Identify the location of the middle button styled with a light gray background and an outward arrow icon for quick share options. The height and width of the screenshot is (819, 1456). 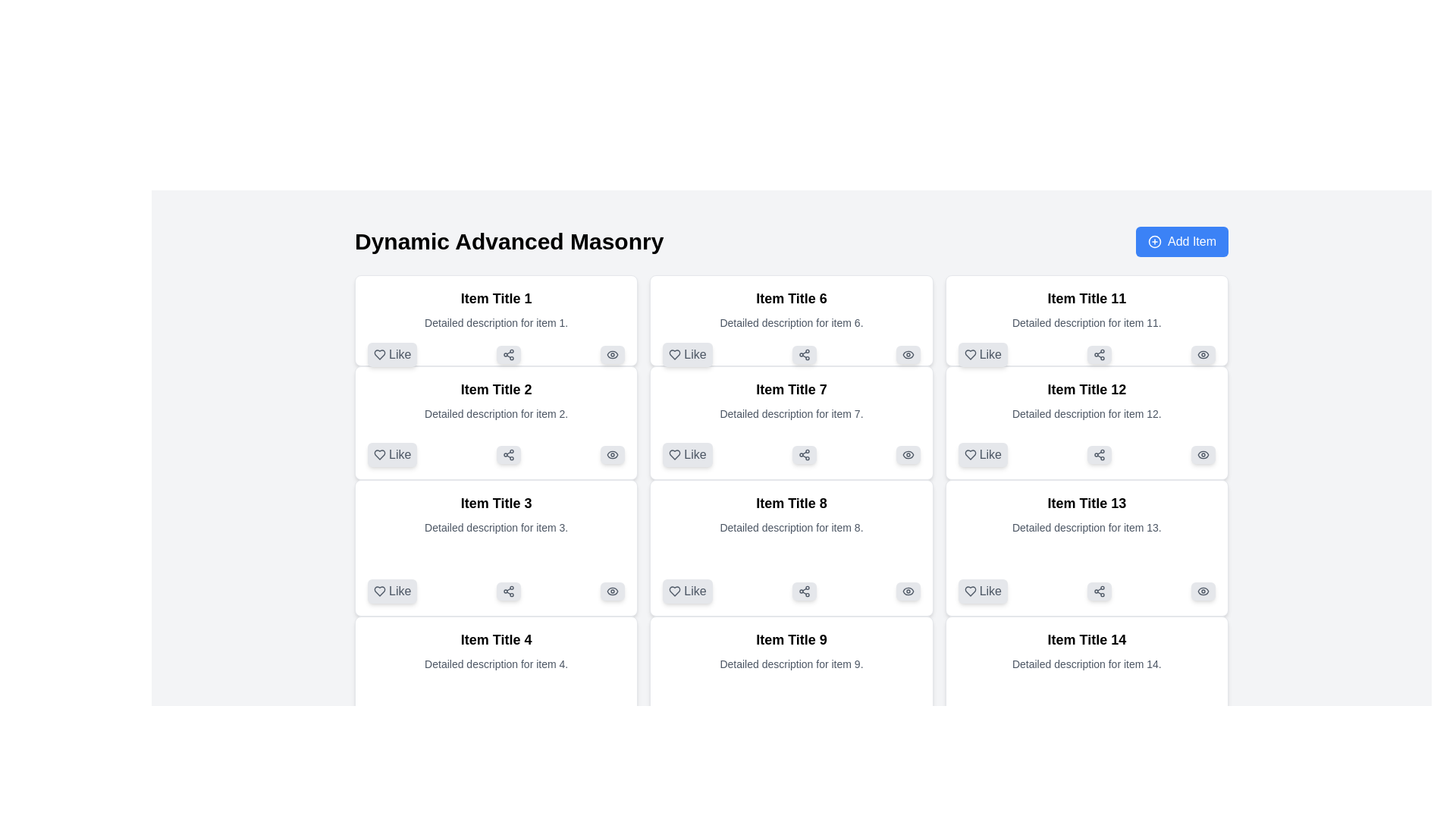
(496, 590).